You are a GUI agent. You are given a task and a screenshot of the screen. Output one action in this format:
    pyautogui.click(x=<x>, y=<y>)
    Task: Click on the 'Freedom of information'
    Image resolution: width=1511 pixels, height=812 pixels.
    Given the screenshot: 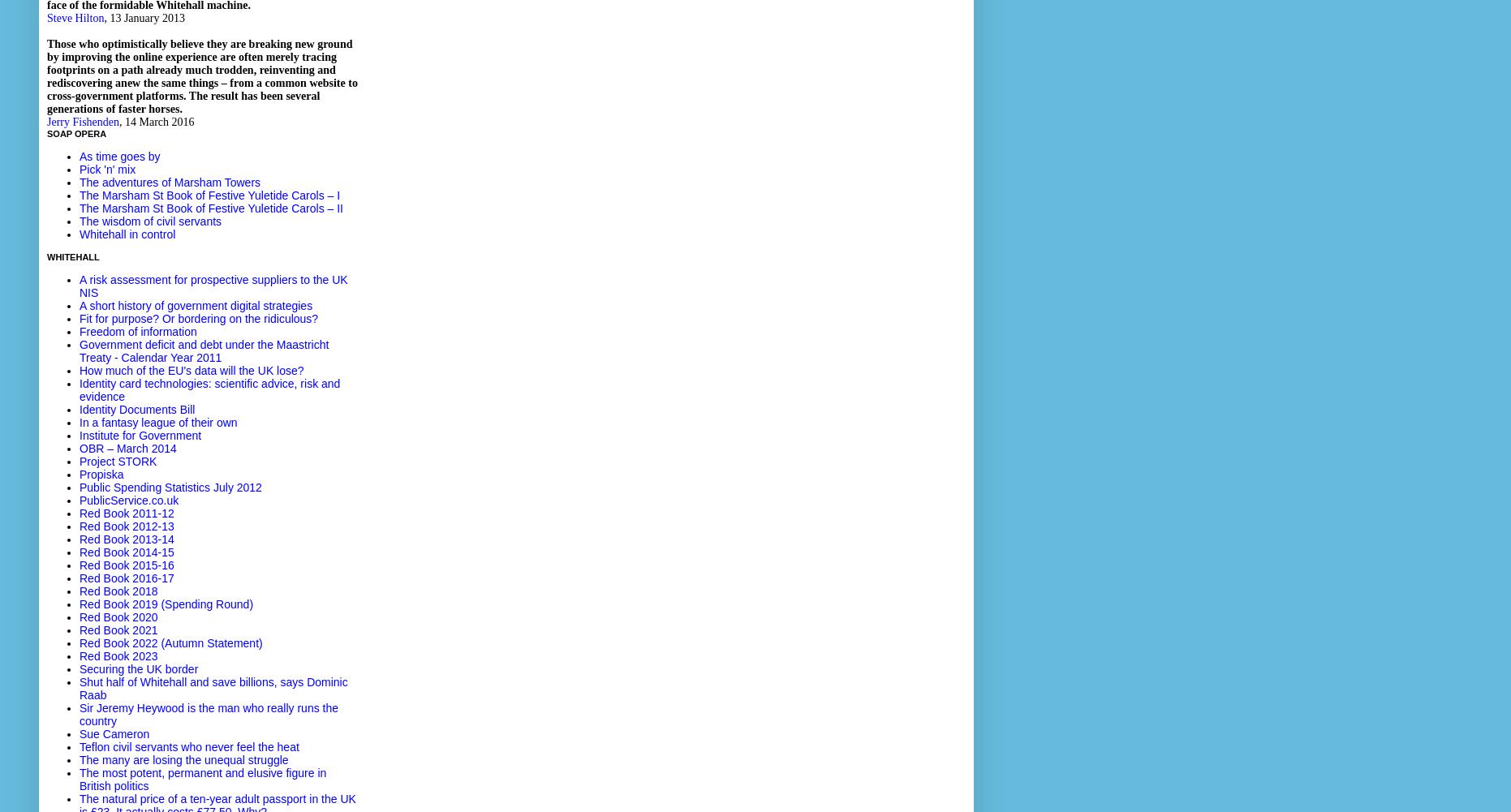 What is the action you would take?
    pyautogui.click(x=79, y=331)
    